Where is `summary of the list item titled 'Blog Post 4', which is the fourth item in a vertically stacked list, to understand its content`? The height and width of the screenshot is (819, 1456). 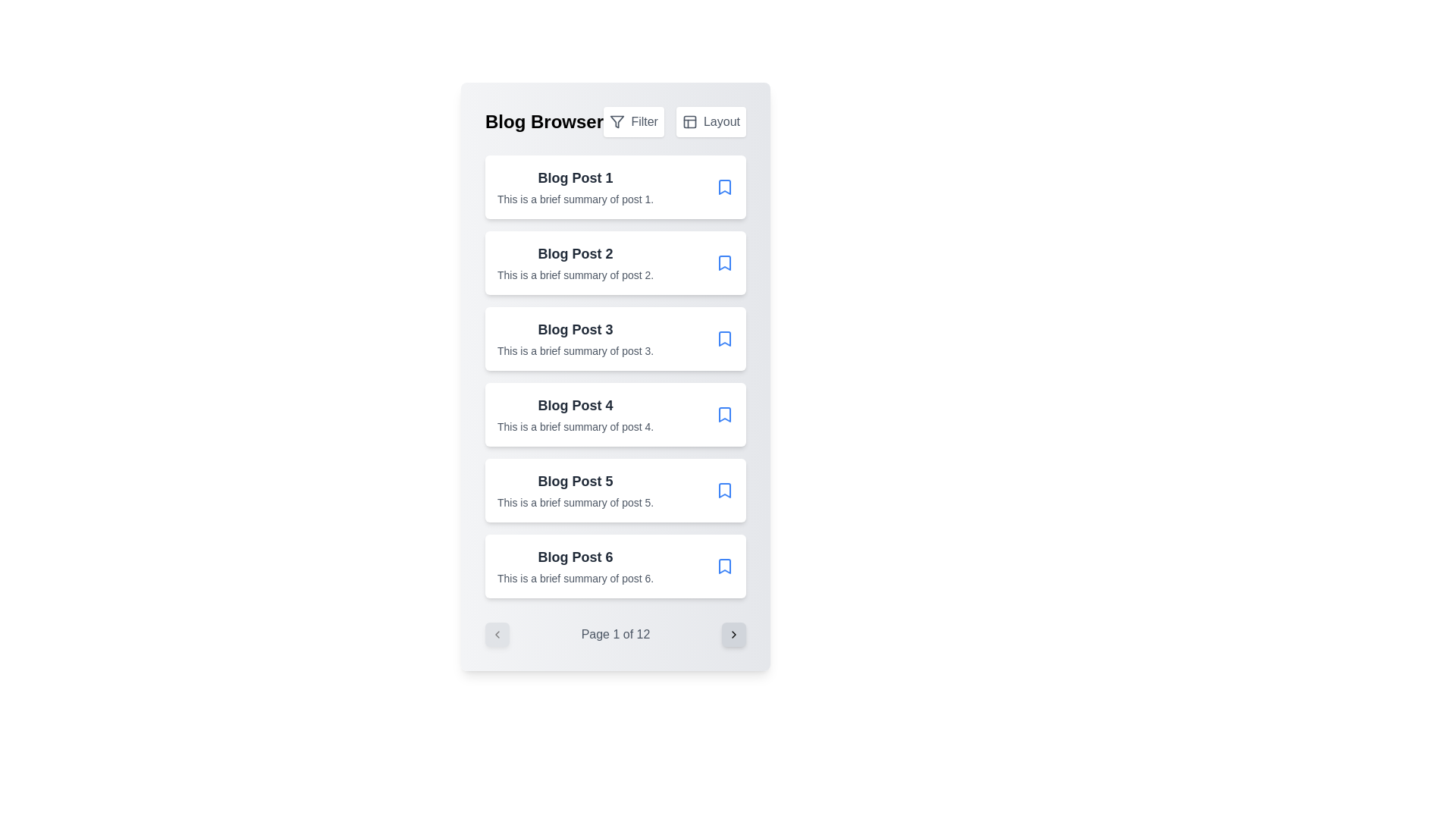 summary of the list item titled 'Blog Post 4', which is the fourth item in a vertically stacked list, to understand its content is located at coordinates (575, 415).